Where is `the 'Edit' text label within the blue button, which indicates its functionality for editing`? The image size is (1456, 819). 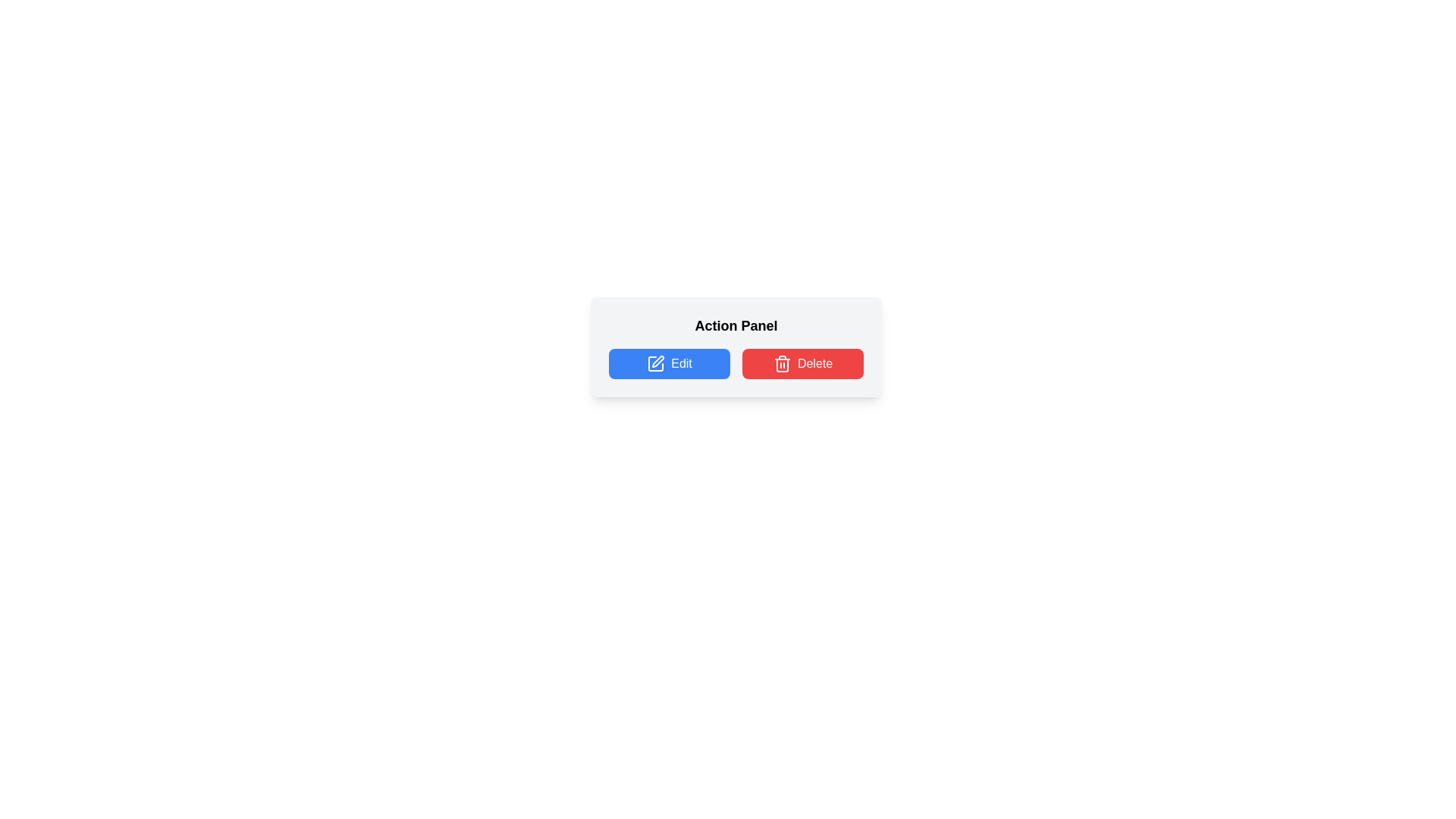
the 'Edit' text label within the blue button, which indicates its functionality for editing is located at coordinates (680, 363).